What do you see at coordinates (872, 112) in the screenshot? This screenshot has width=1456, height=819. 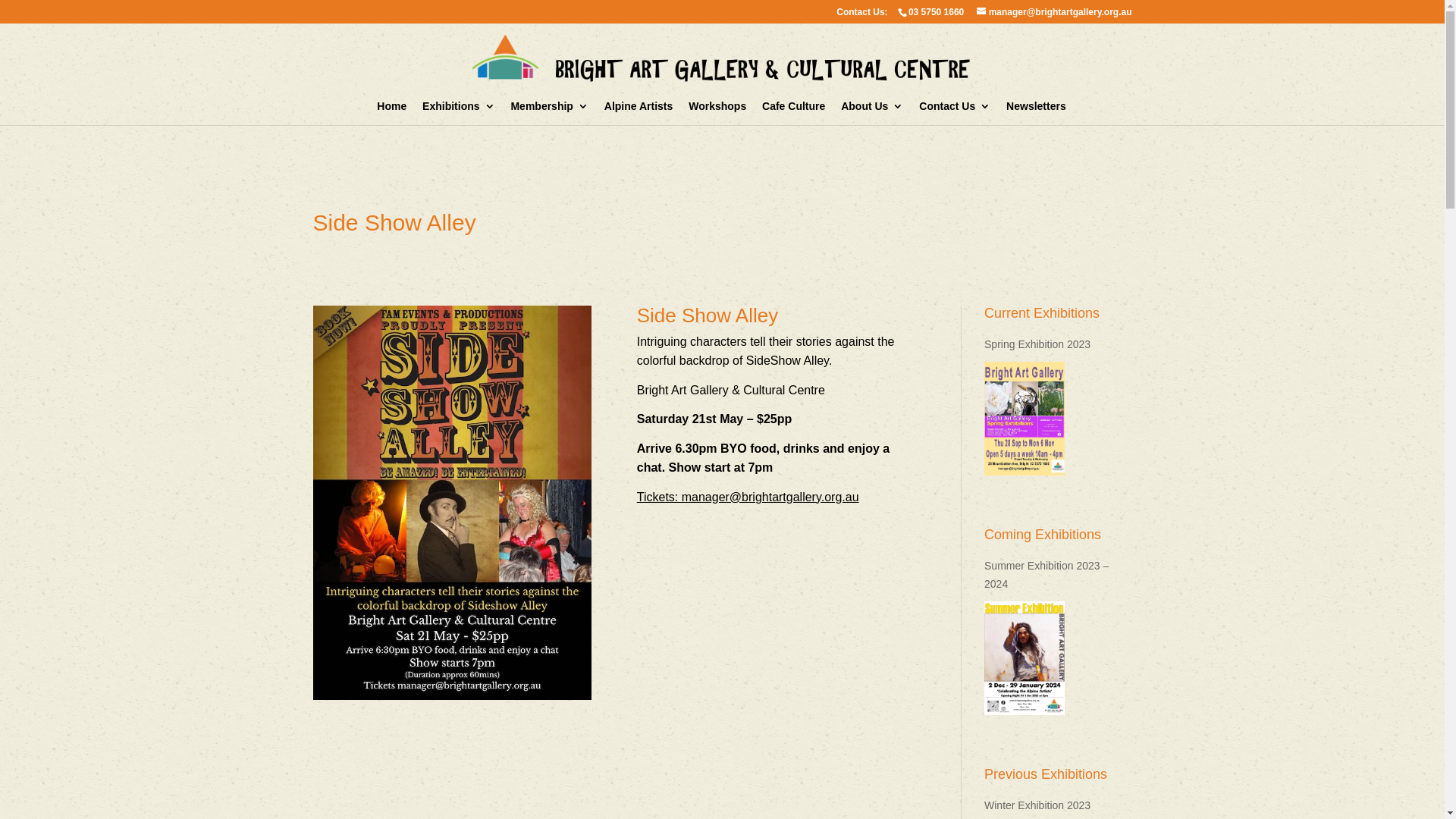 I see `'About Us'` at bounding box center [872, 112].